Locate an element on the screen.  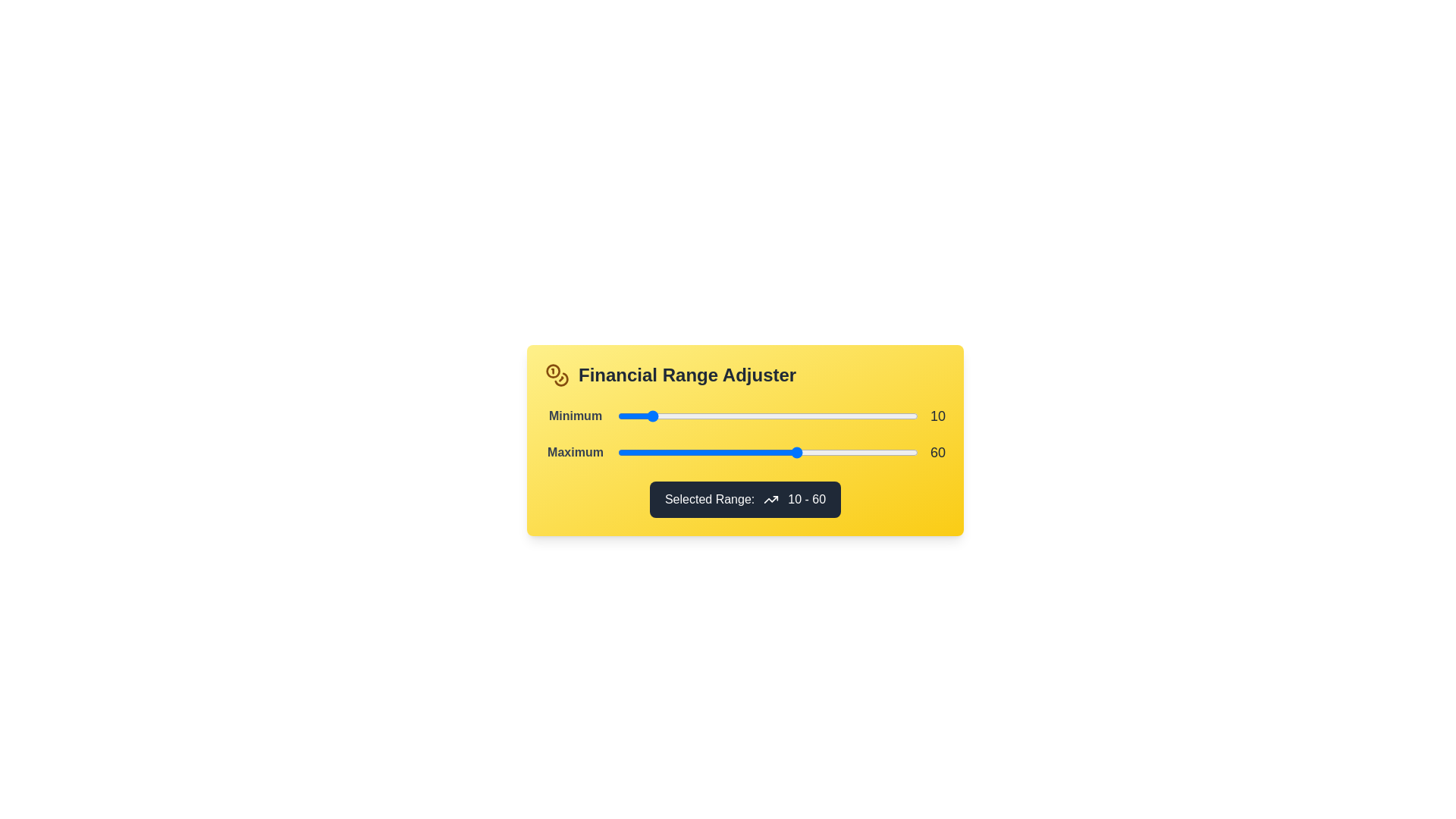
the 'Minimum' slider to 31 within its range is located at coordinates (710, 416).